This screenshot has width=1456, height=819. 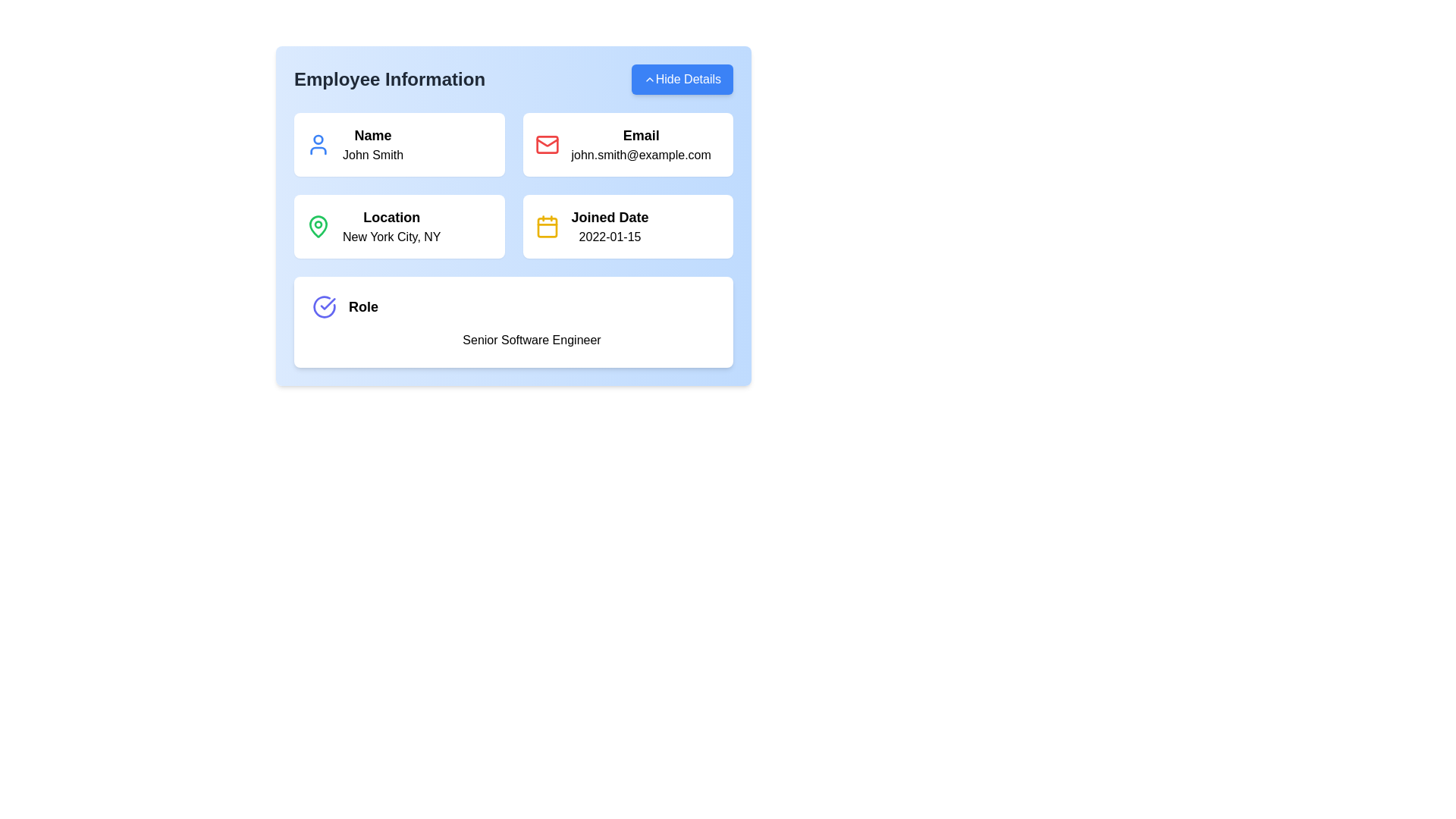 I want to click on text content of the 'Senior Software Engineer' label, which is centrally aligned below the 'Role' heading in the 'Employee Information' panel, so click(x=532, y=339).